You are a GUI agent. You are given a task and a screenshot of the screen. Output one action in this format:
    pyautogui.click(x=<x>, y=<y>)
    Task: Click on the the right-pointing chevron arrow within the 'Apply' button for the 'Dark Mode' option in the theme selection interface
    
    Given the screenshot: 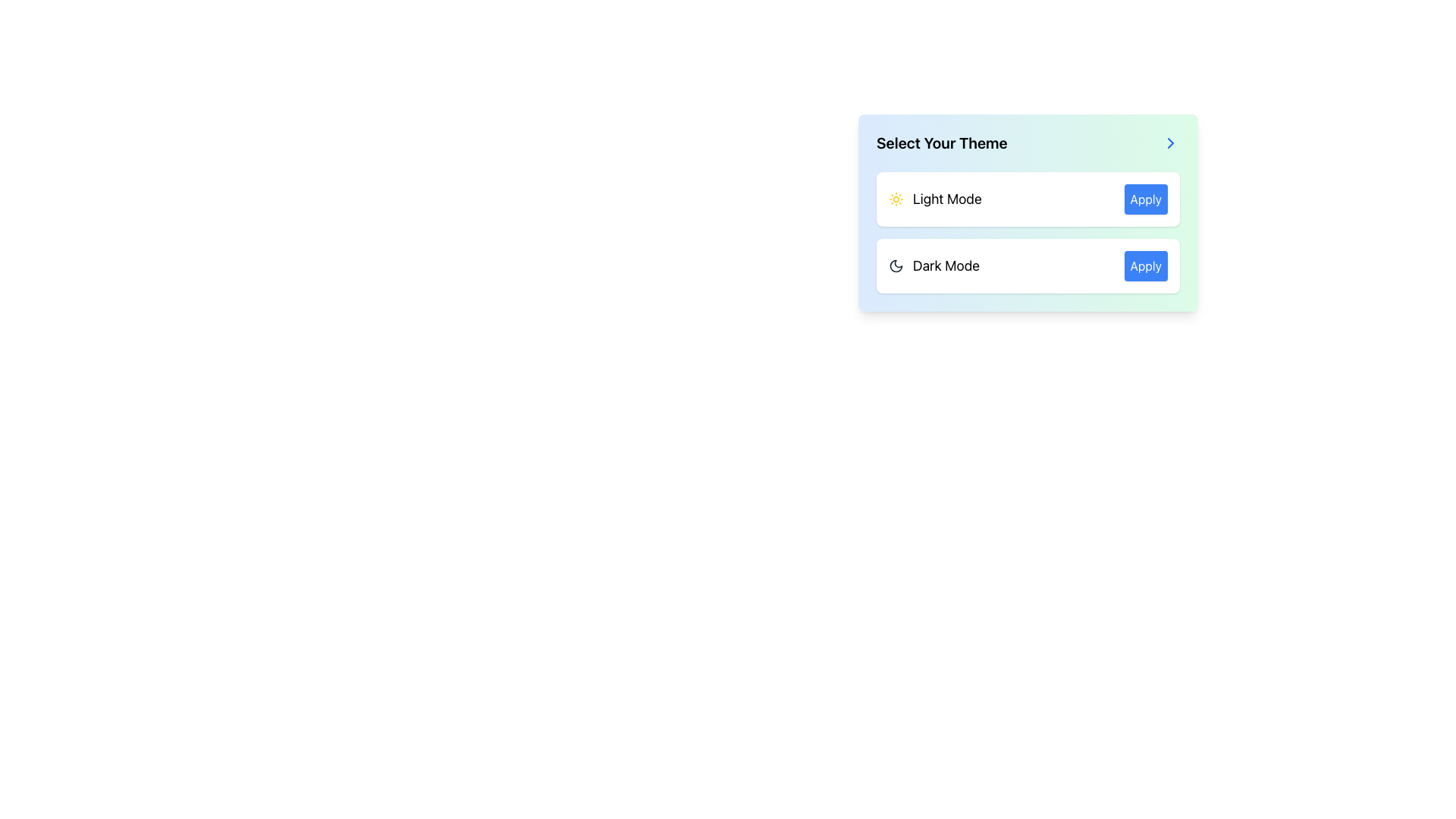 What is the action you would take?
    pyautogui.click(x=1170, y=143)
    